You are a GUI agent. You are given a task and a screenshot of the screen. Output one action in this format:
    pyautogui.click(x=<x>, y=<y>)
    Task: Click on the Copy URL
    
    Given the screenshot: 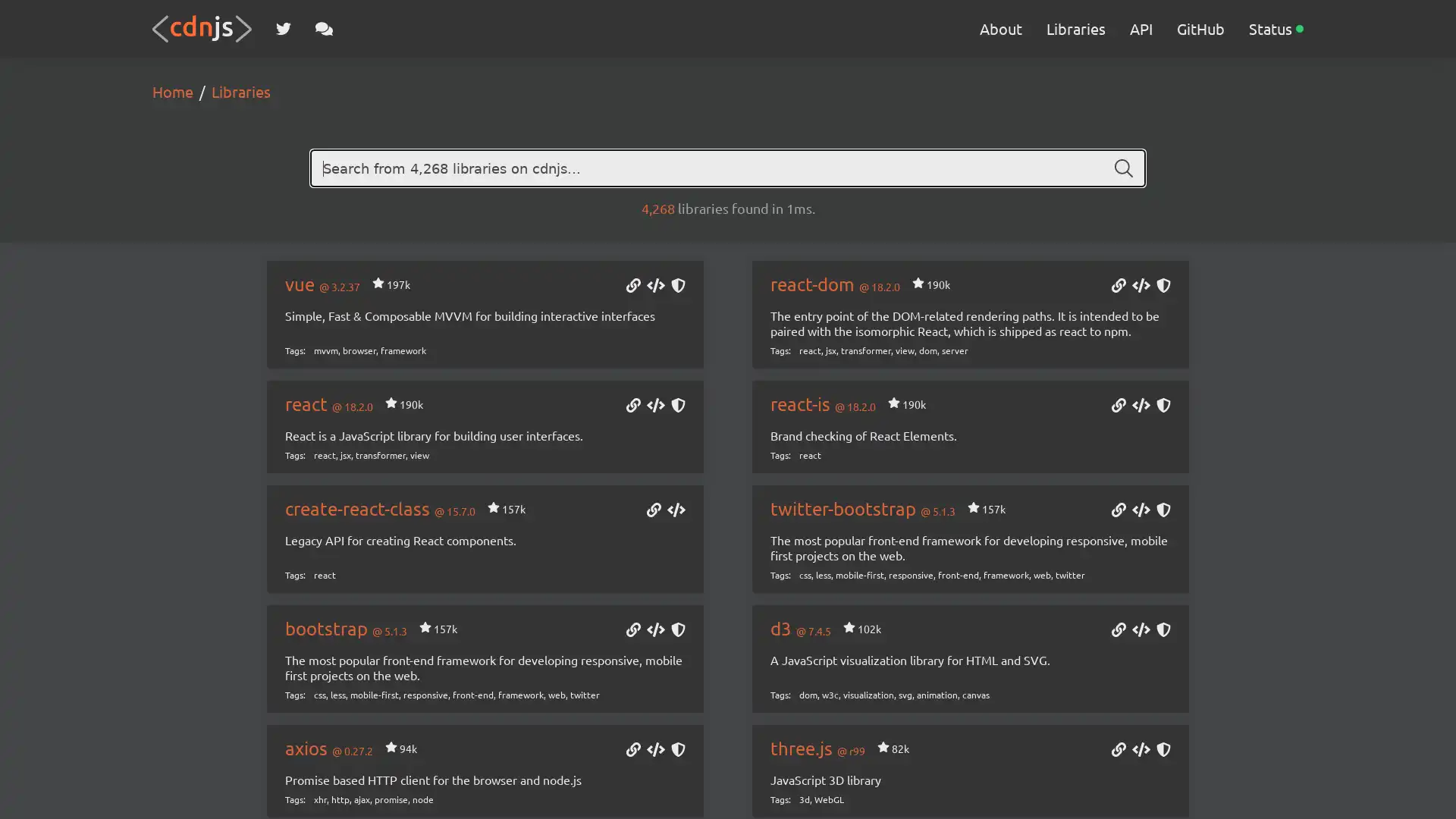 What is the action you would take?
    pyautogui.click(x=1118, y=511)
    